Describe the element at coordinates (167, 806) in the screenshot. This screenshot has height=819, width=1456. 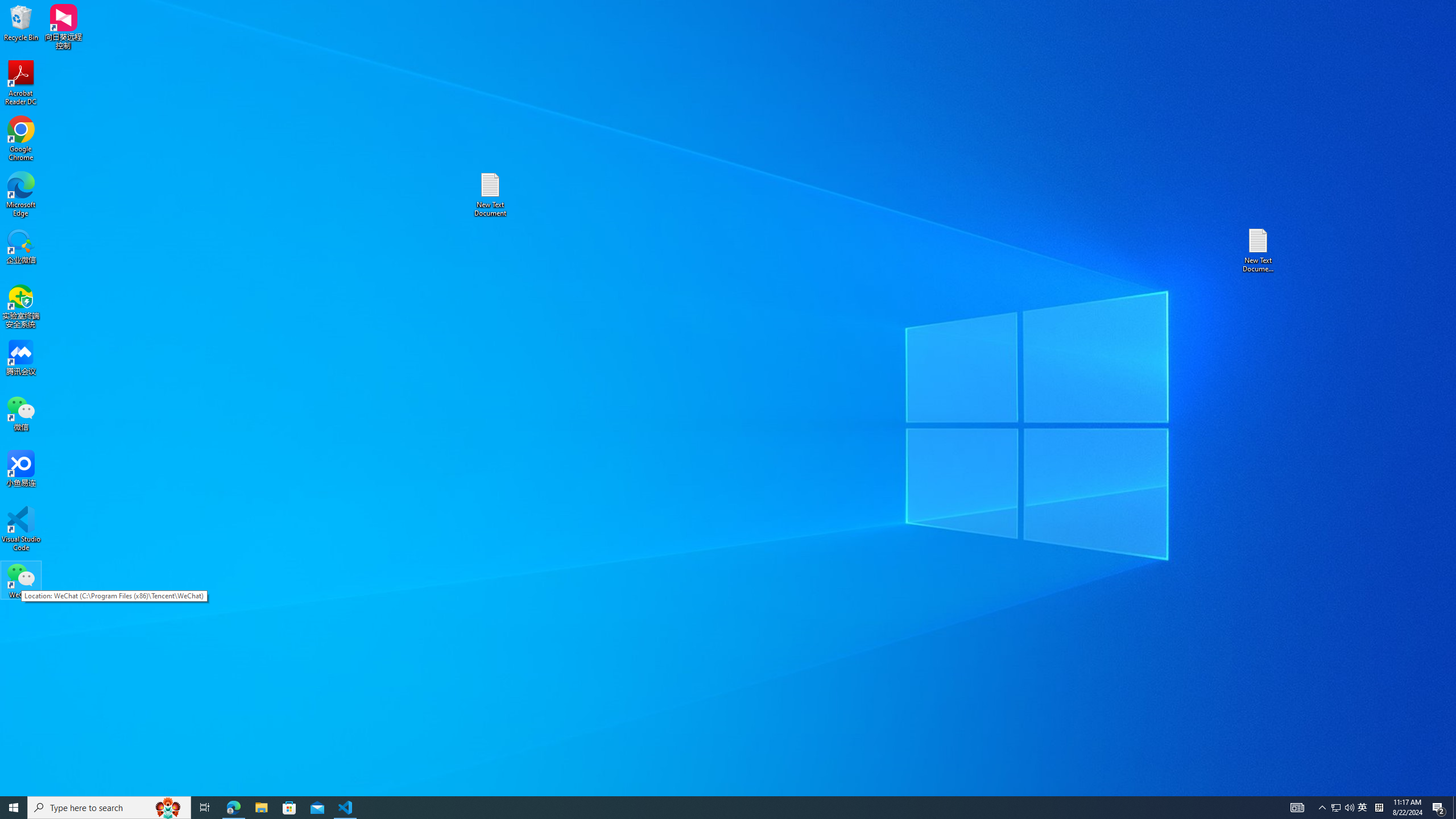
I see `'Search highlights icon opens search home window'` at that location.